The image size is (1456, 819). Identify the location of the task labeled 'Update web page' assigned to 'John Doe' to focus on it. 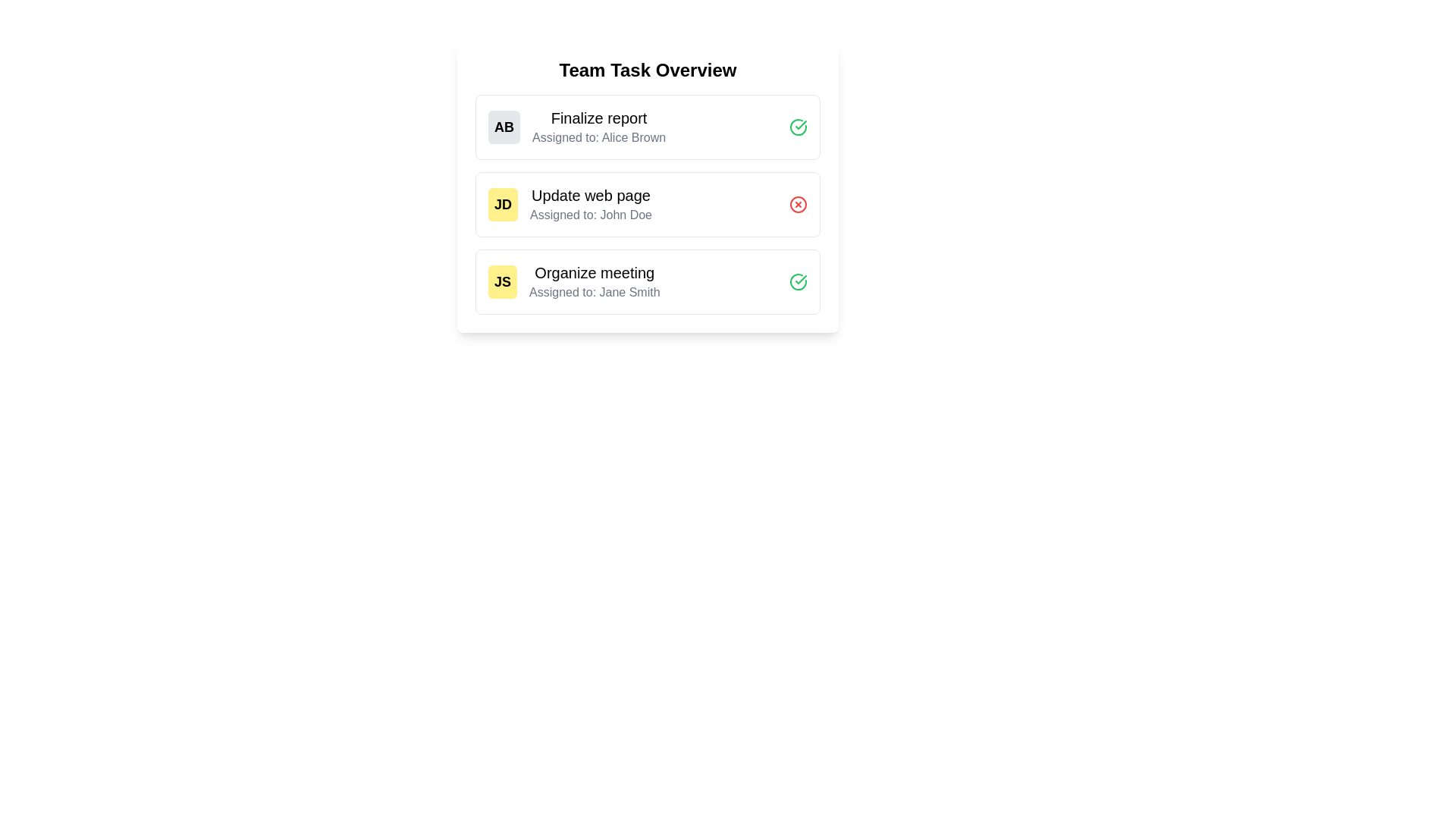
(648, 205).